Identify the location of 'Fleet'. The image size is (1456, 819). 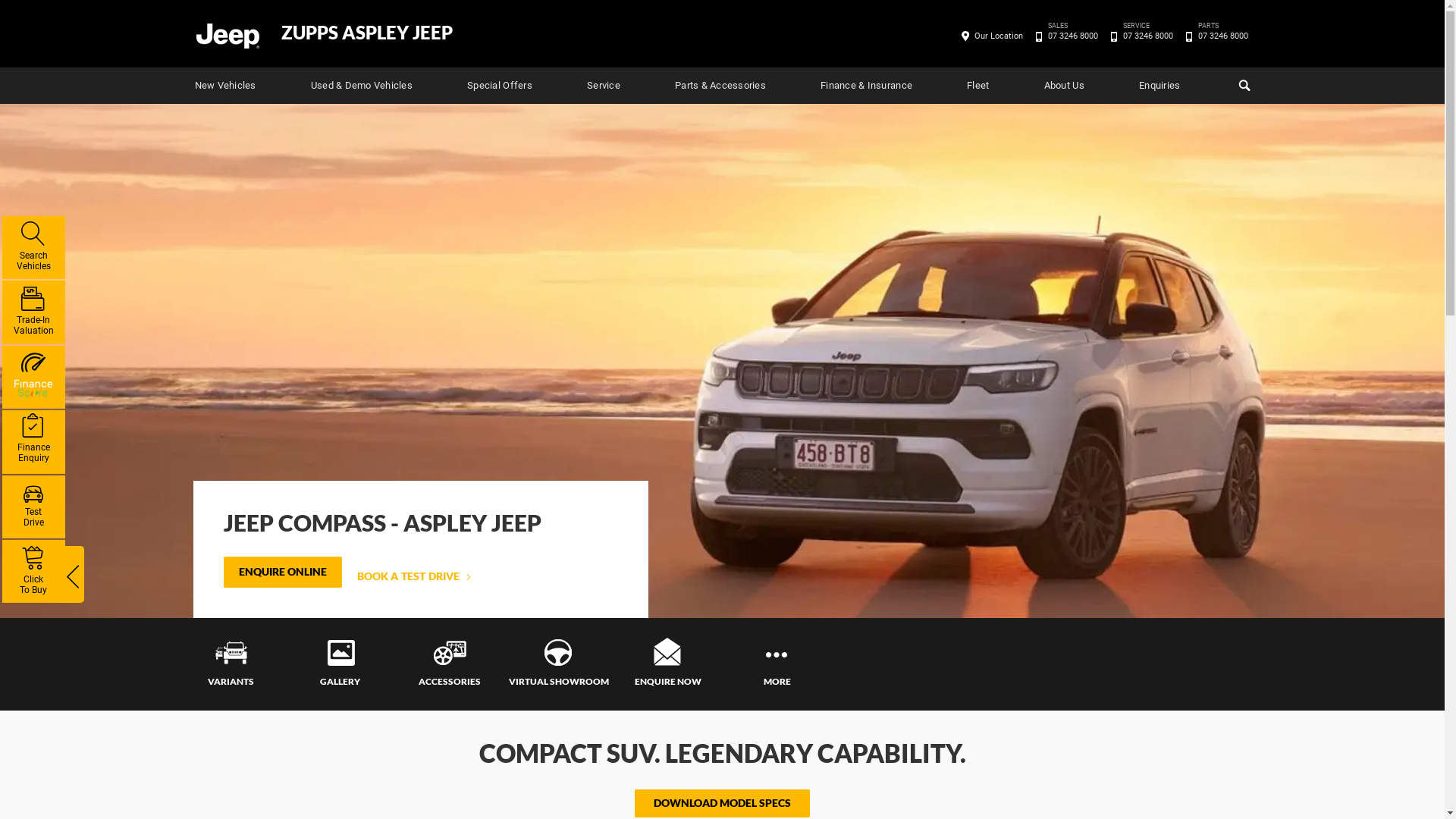
(977, 85).